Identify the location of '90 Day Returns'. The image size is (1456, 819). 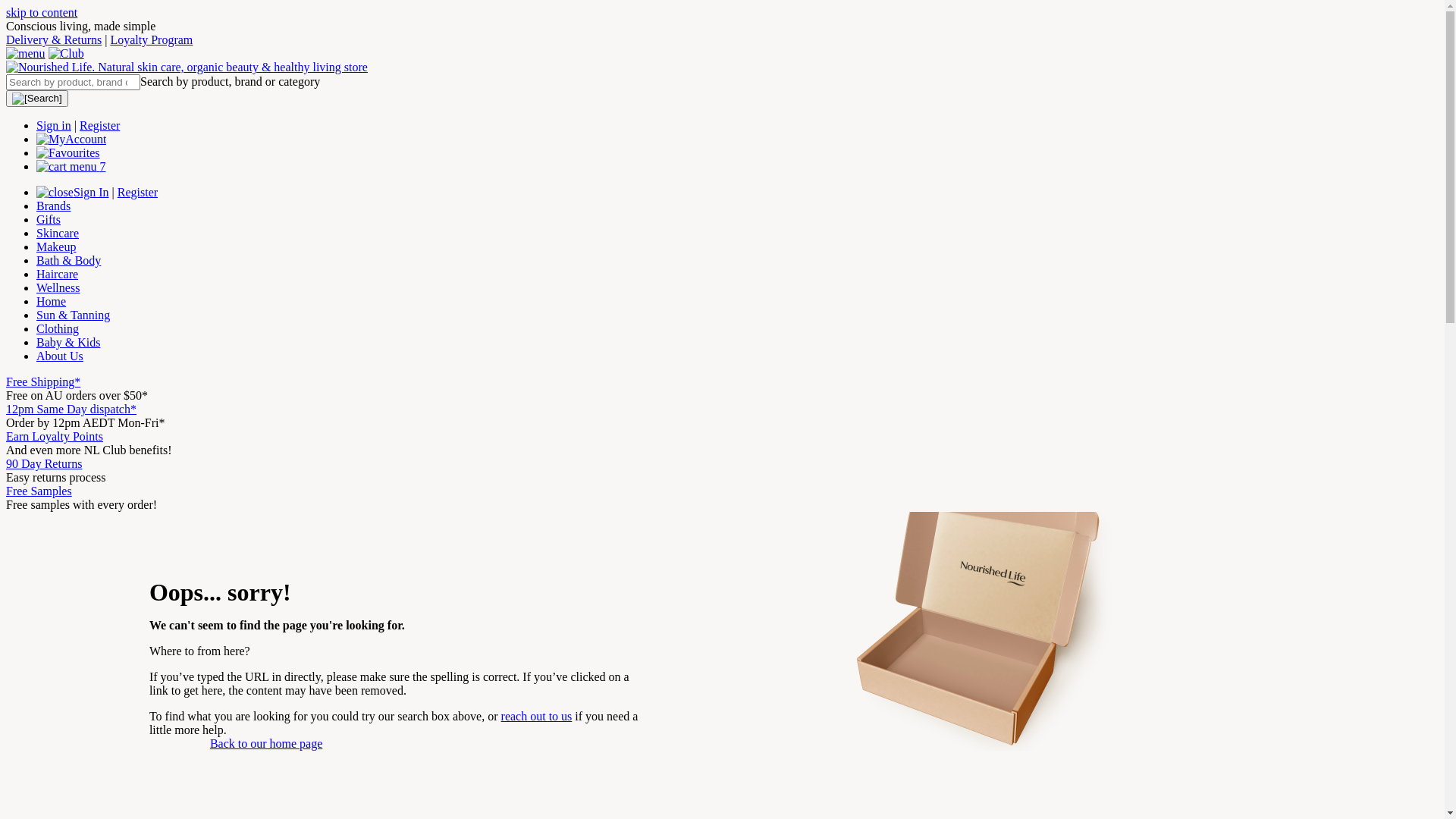
(43, 463).